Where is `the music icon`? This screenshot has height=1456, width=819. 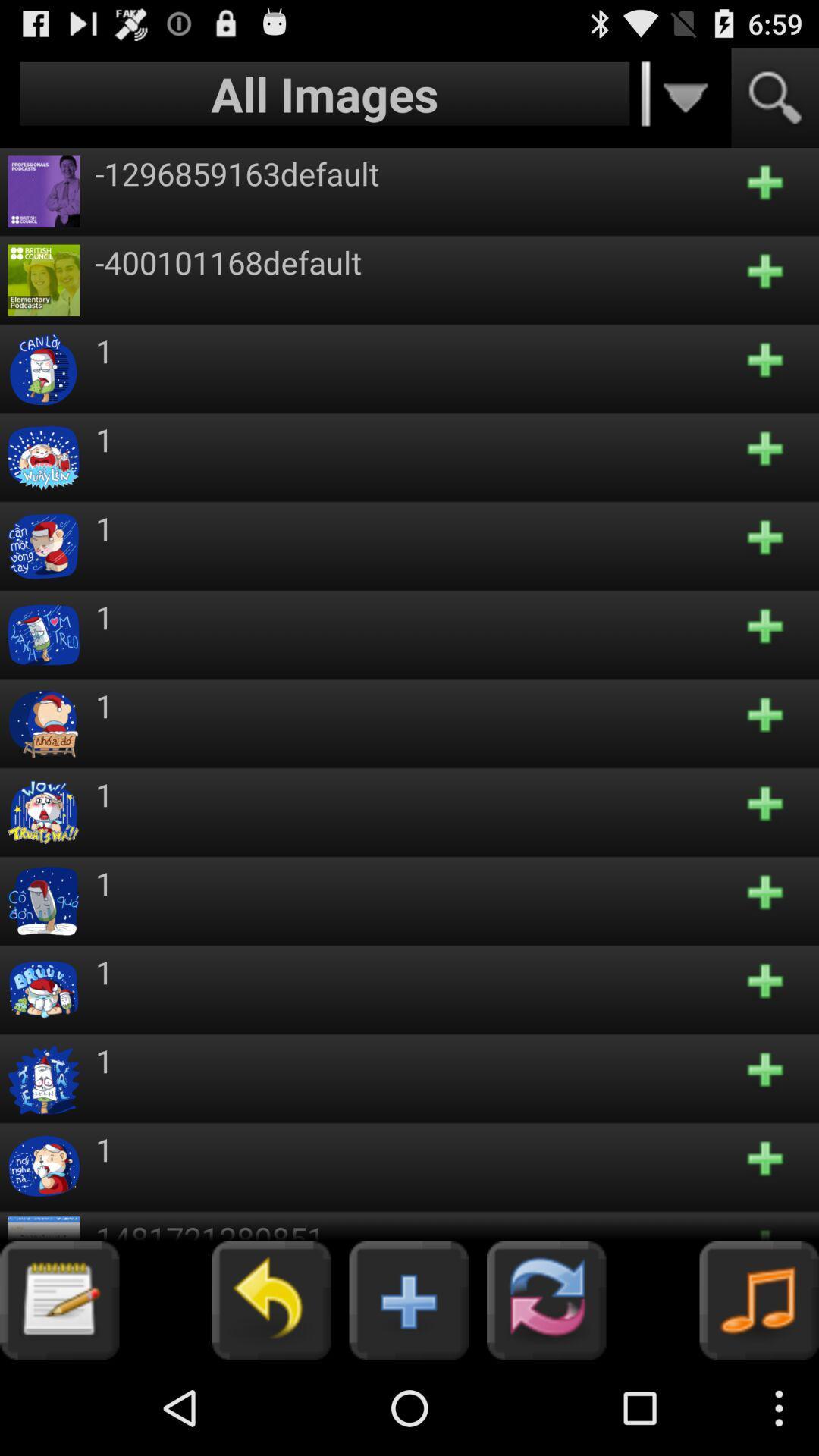 the music icon is located at coordinates (759, 1392).